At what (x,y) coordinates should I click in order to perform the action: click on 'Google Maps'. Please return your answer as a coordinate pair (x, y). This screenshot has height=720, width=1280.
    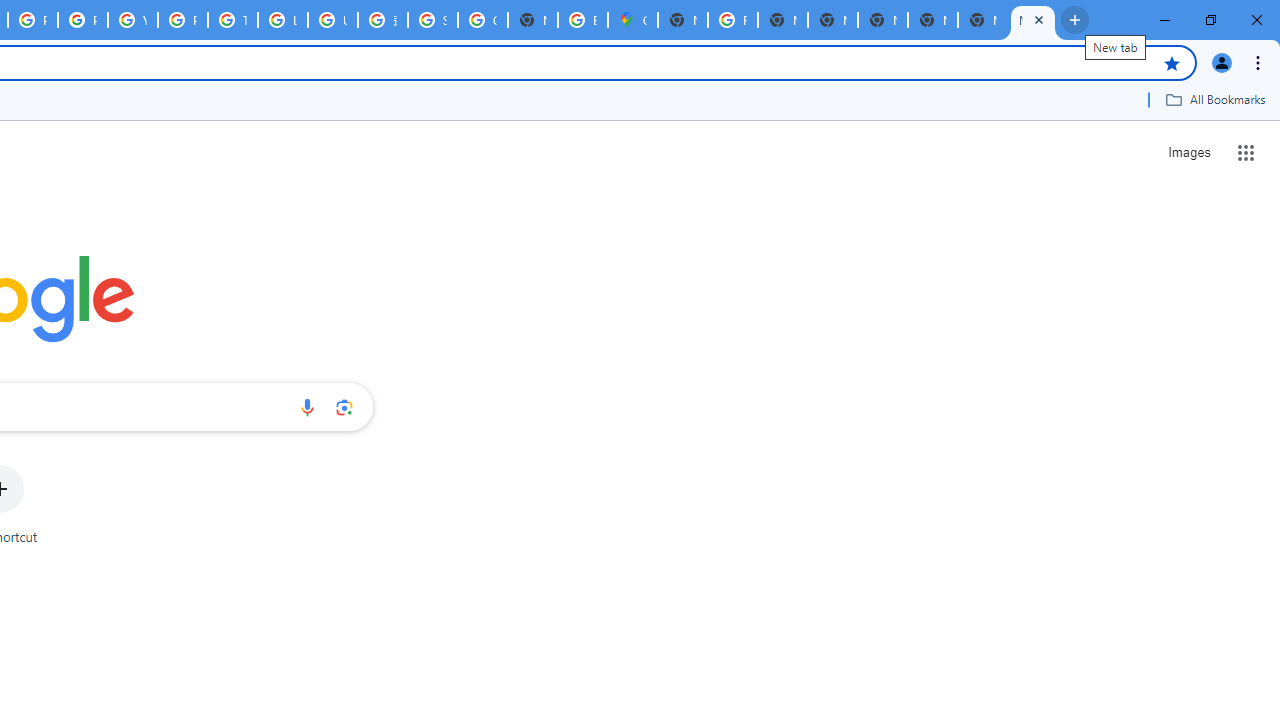
    Looking at the image, I should click on (631, 20).